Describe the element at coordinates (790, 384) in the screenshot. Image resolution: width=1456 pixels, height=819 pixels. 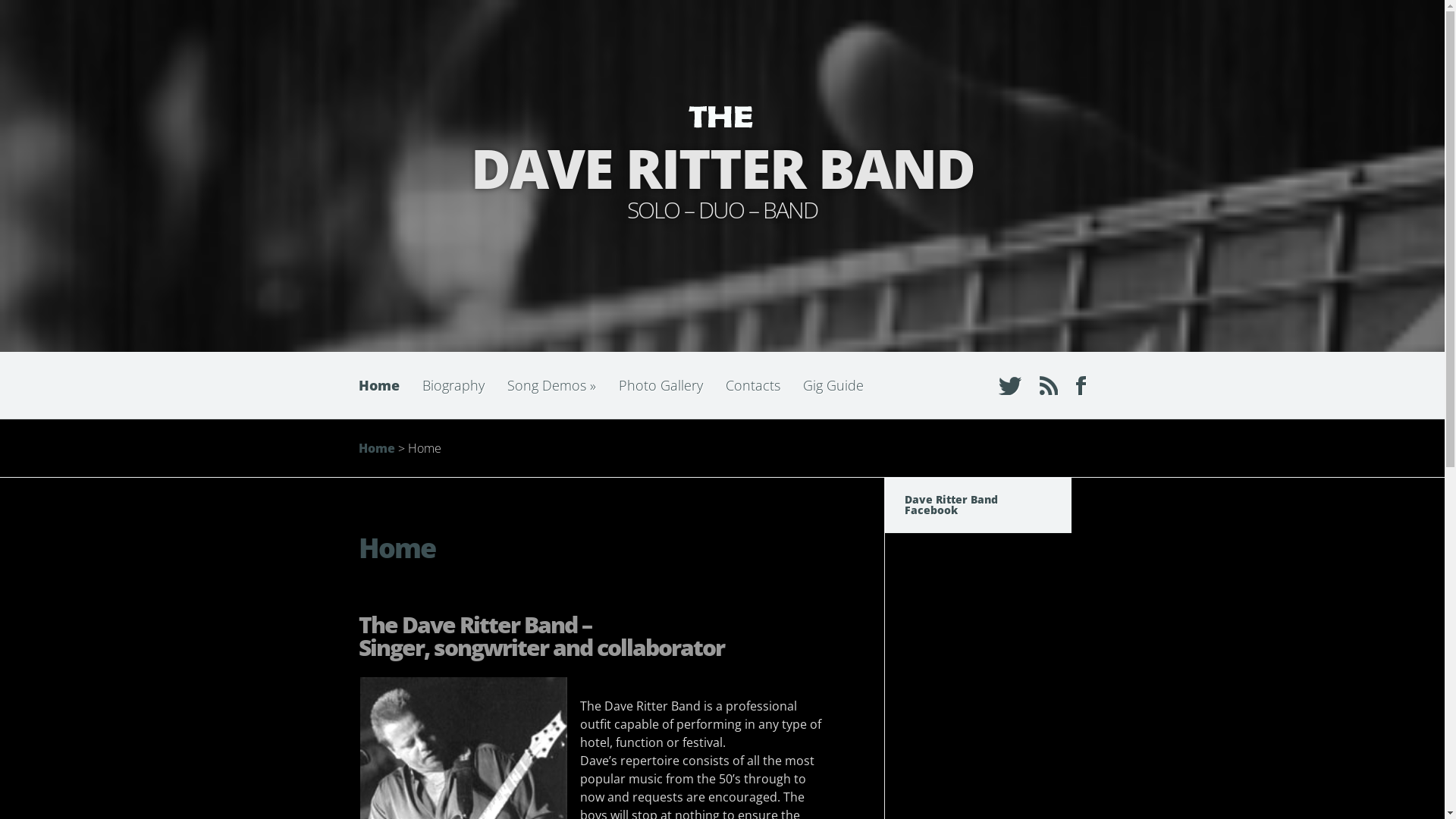
I see `'Gig Guide'` at that location.